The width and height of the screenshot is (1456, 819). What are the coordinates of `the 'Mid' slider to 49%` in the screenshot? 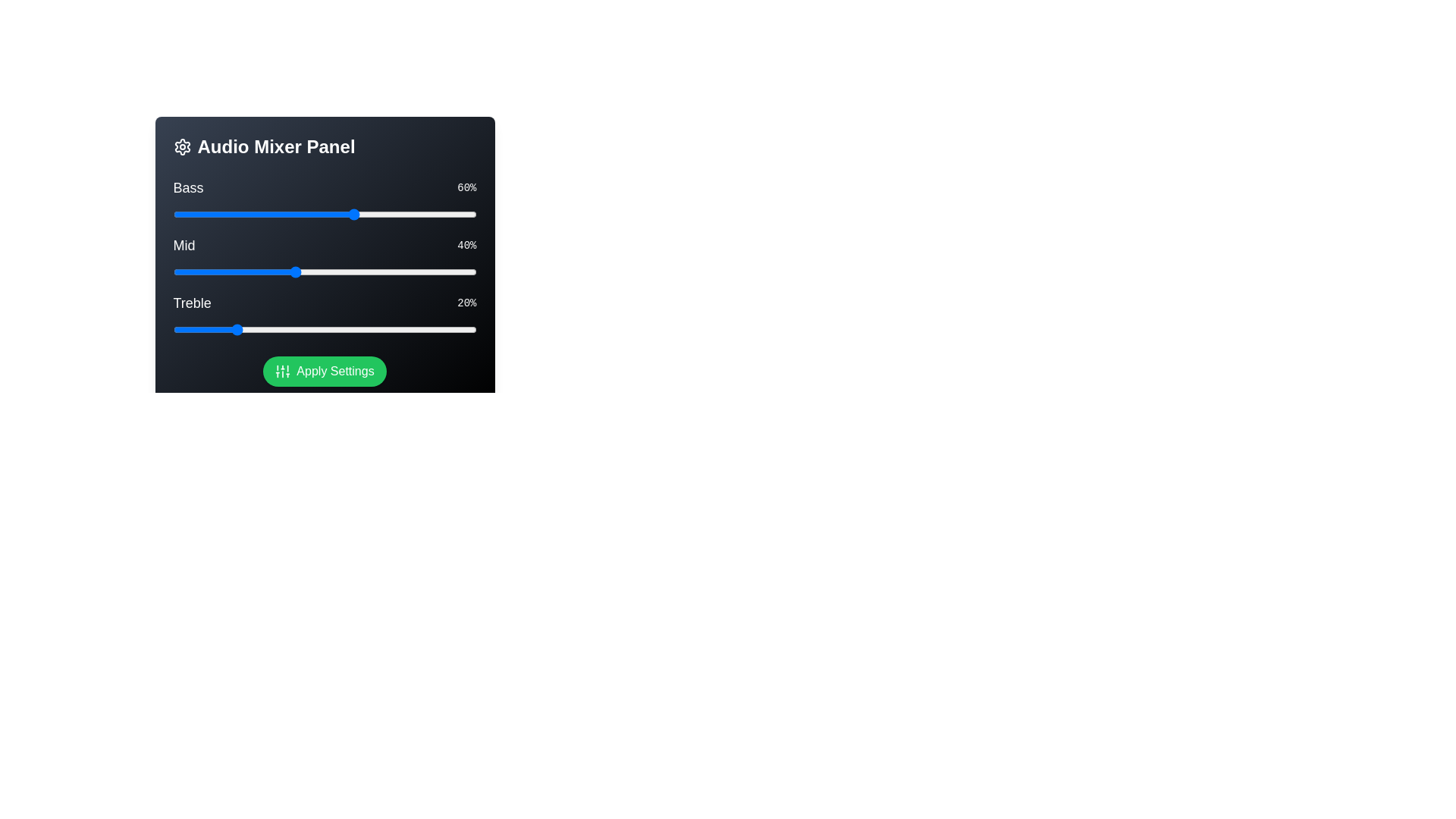 It's located at (321, 271).